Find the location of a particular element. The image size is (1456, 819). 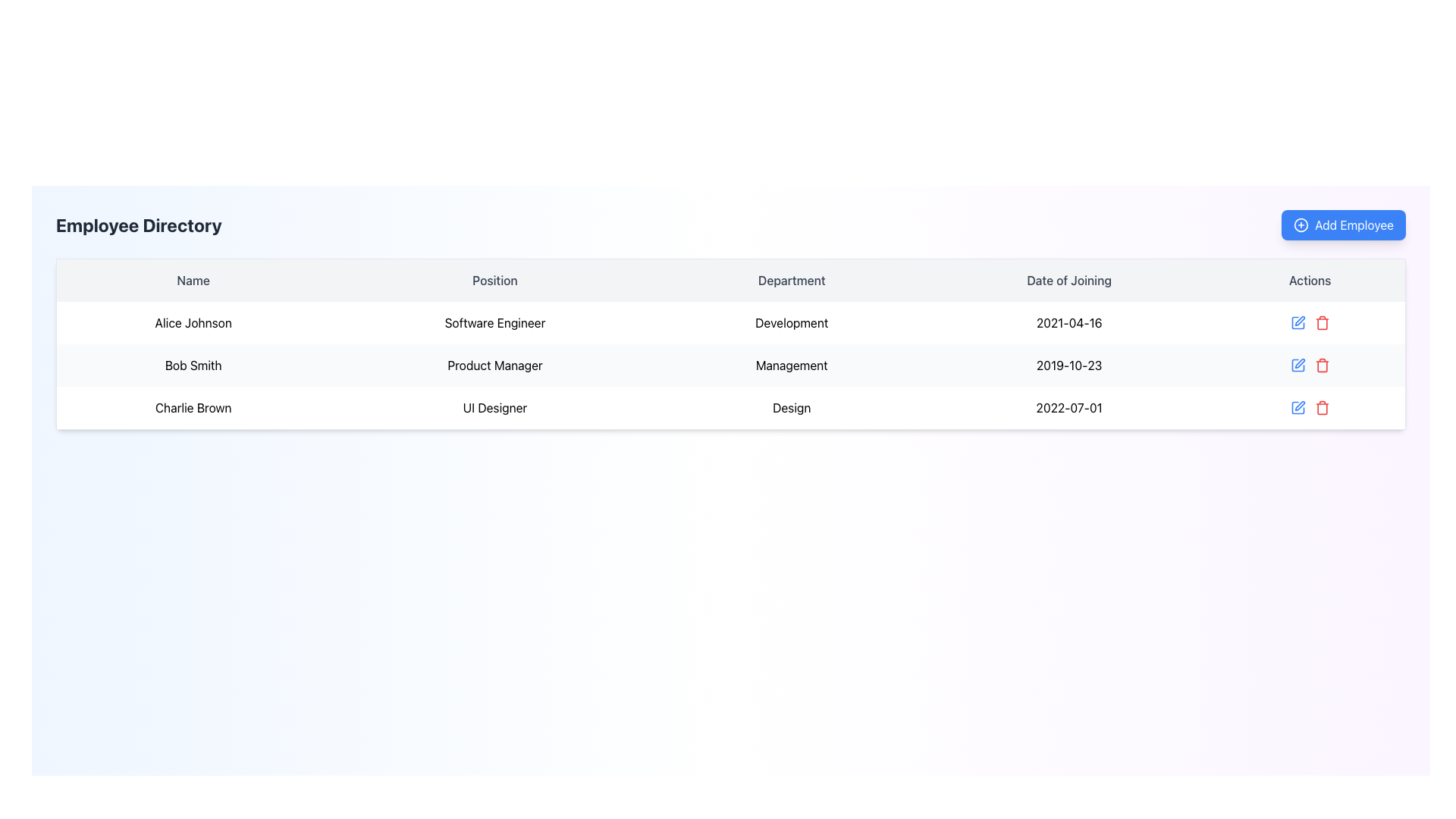

the 'Department' text label located in the third column of the table header, between 'Position' and 'Date of Joining' is located at coordinates (791, 280).